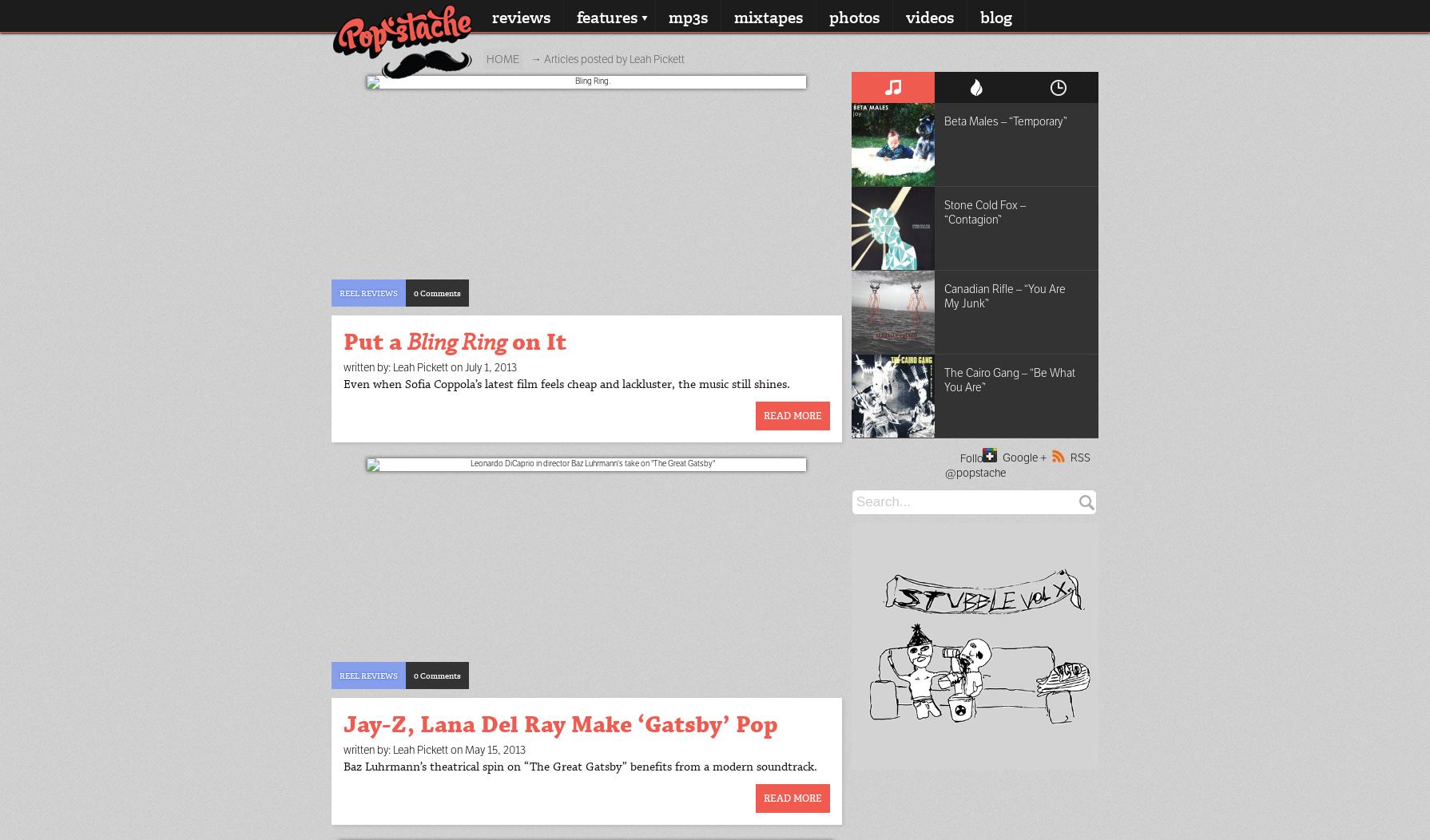 This screenshot has height=840, width=1430. Describe the element at coordinates (613, 57) in the screenshot. I see `'Articles posted by Leah Pickett'` at that location.